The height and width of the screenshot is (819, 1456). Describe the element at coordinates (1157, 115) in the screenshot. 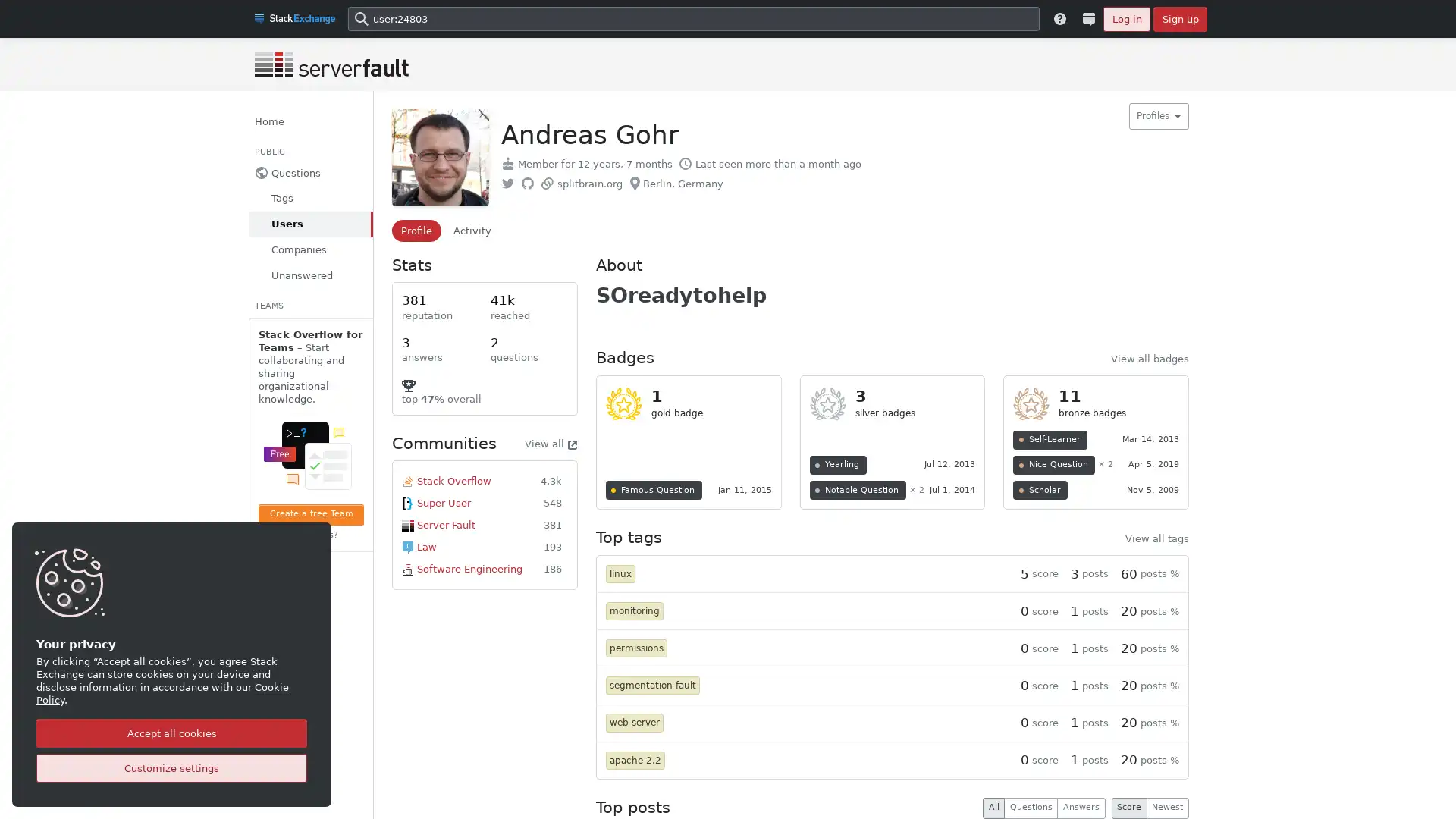

I see `Profiles` at that location.